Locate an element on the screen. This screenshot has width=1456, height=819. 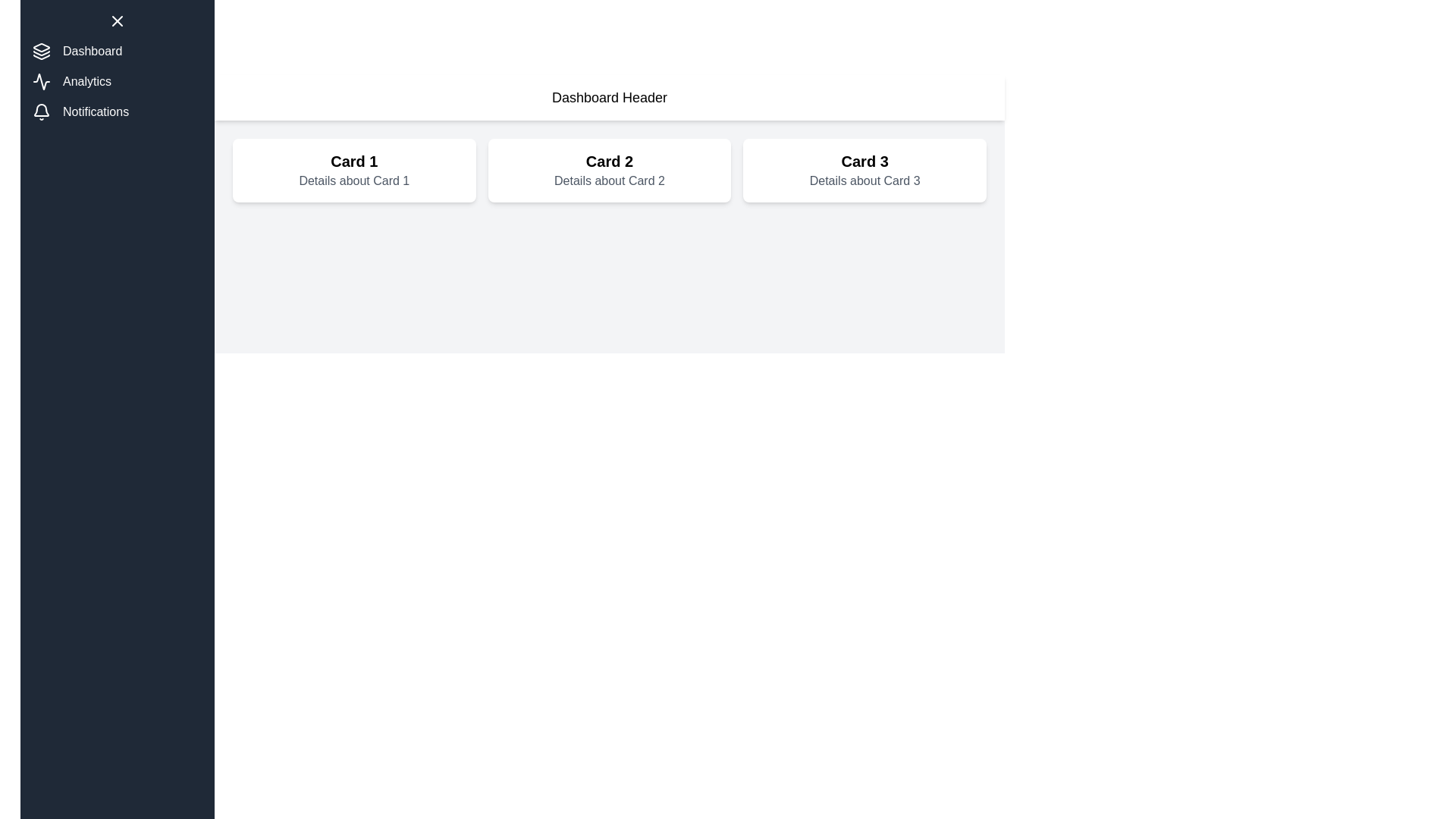
the icon resembling a layered stack located in the left-side vertical navigation panel, which indicates layers or grouped content is located at coordinates (41, 56).